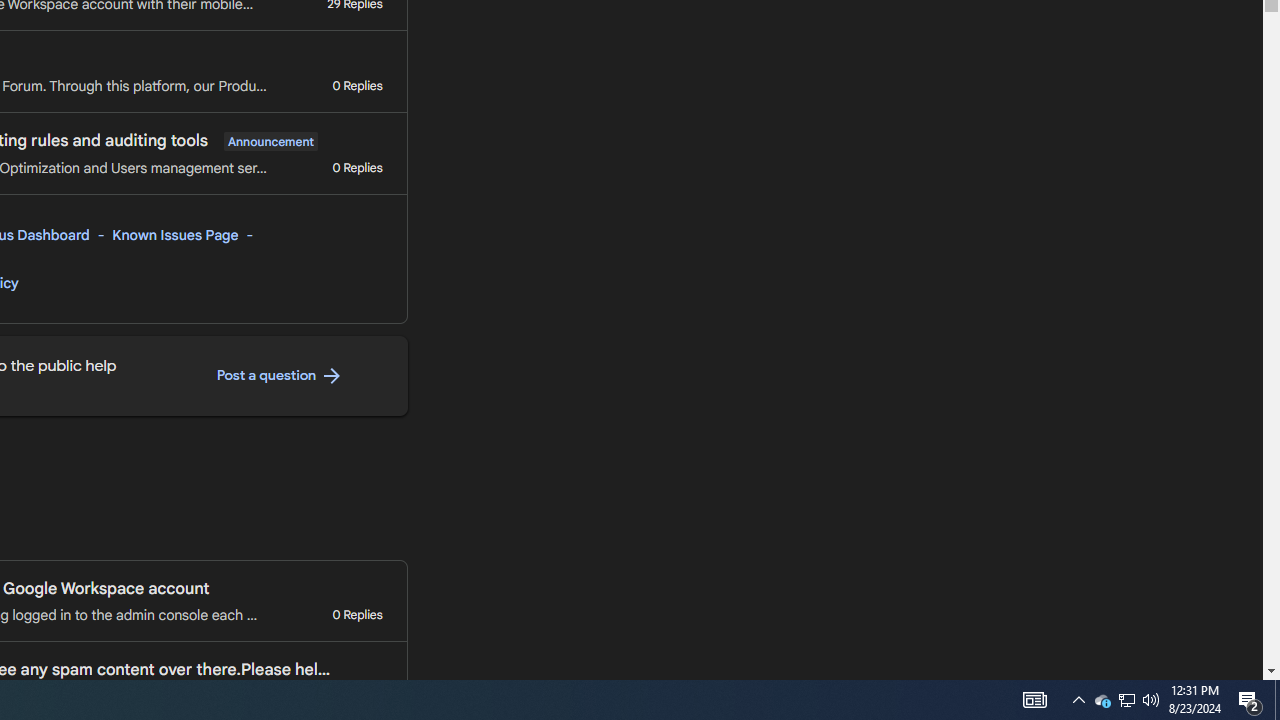 The width and height of the screenshot is (1280, 720). Describe the element at coordinates (176, 234) in the screenshot. I see `'Known Issues Page'` at that location.